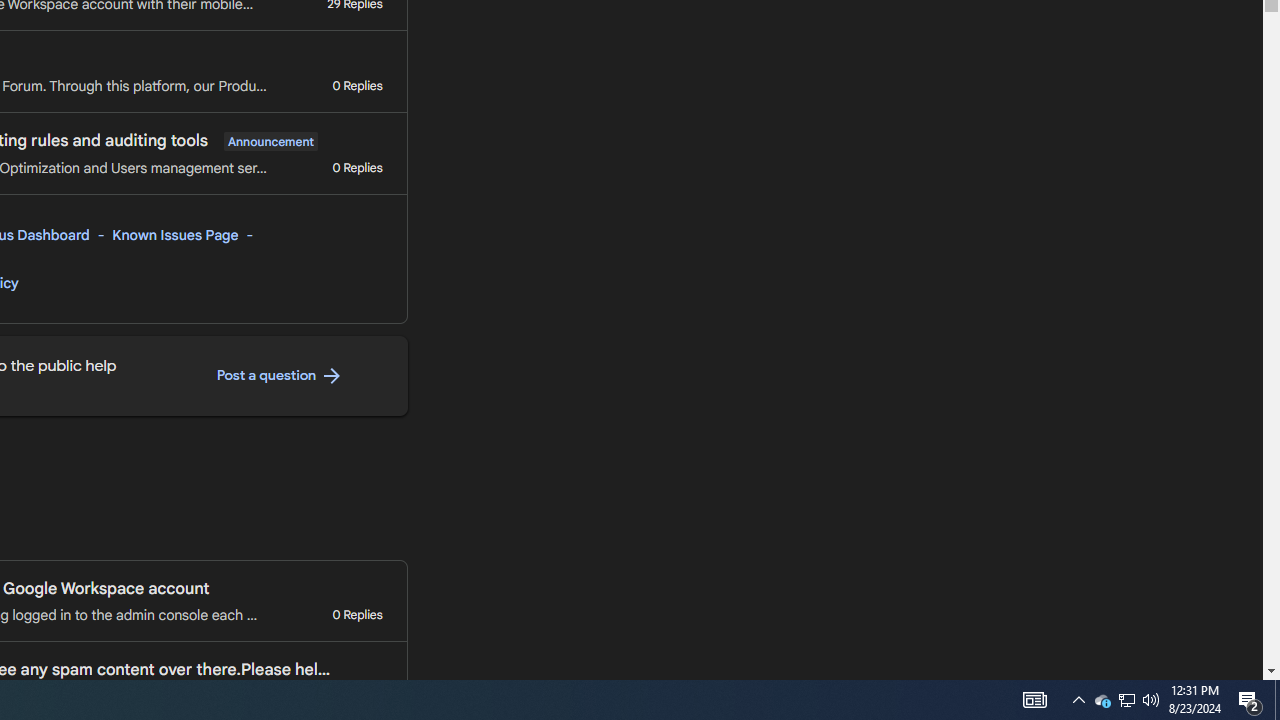 The width and height of the screenshot is (1280, 720). Describe the element at coordinates (176, 234) in the screenshot. I see `'Known Issues Page'` at that location.